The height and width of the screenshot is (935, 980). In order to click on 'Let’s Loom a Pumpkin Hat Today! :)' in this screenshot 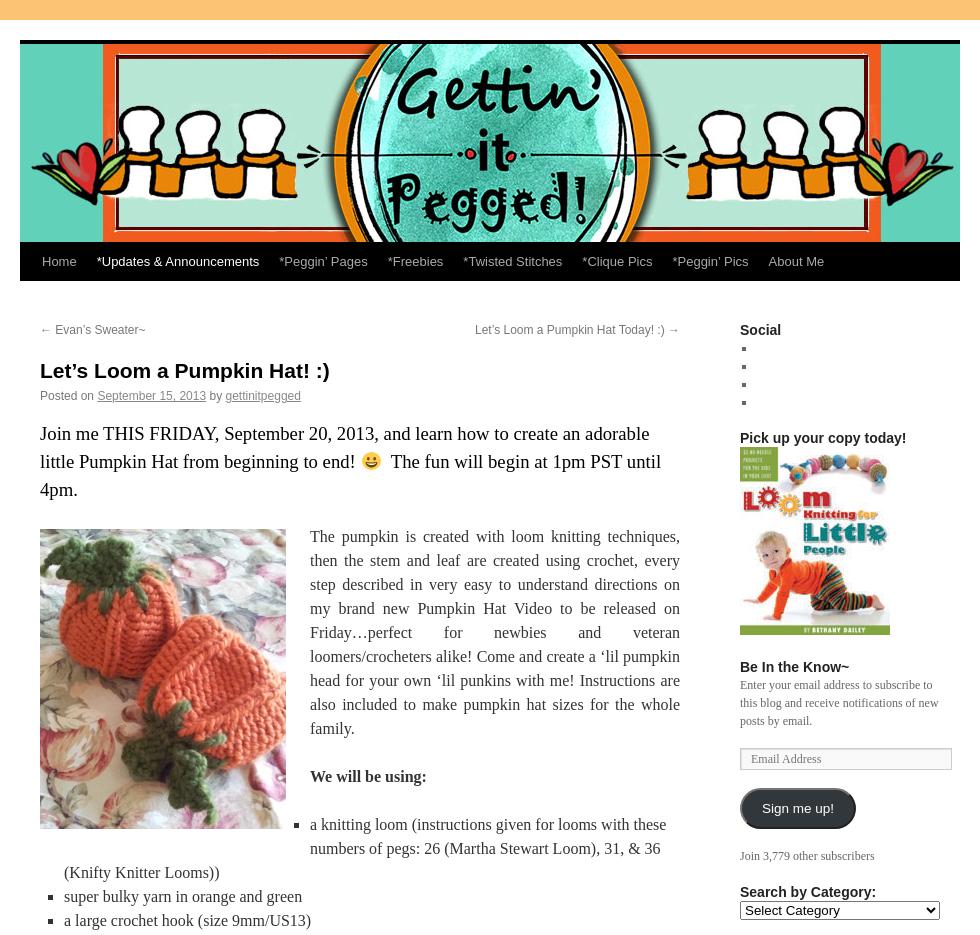, I will do `click(571, 329)`.